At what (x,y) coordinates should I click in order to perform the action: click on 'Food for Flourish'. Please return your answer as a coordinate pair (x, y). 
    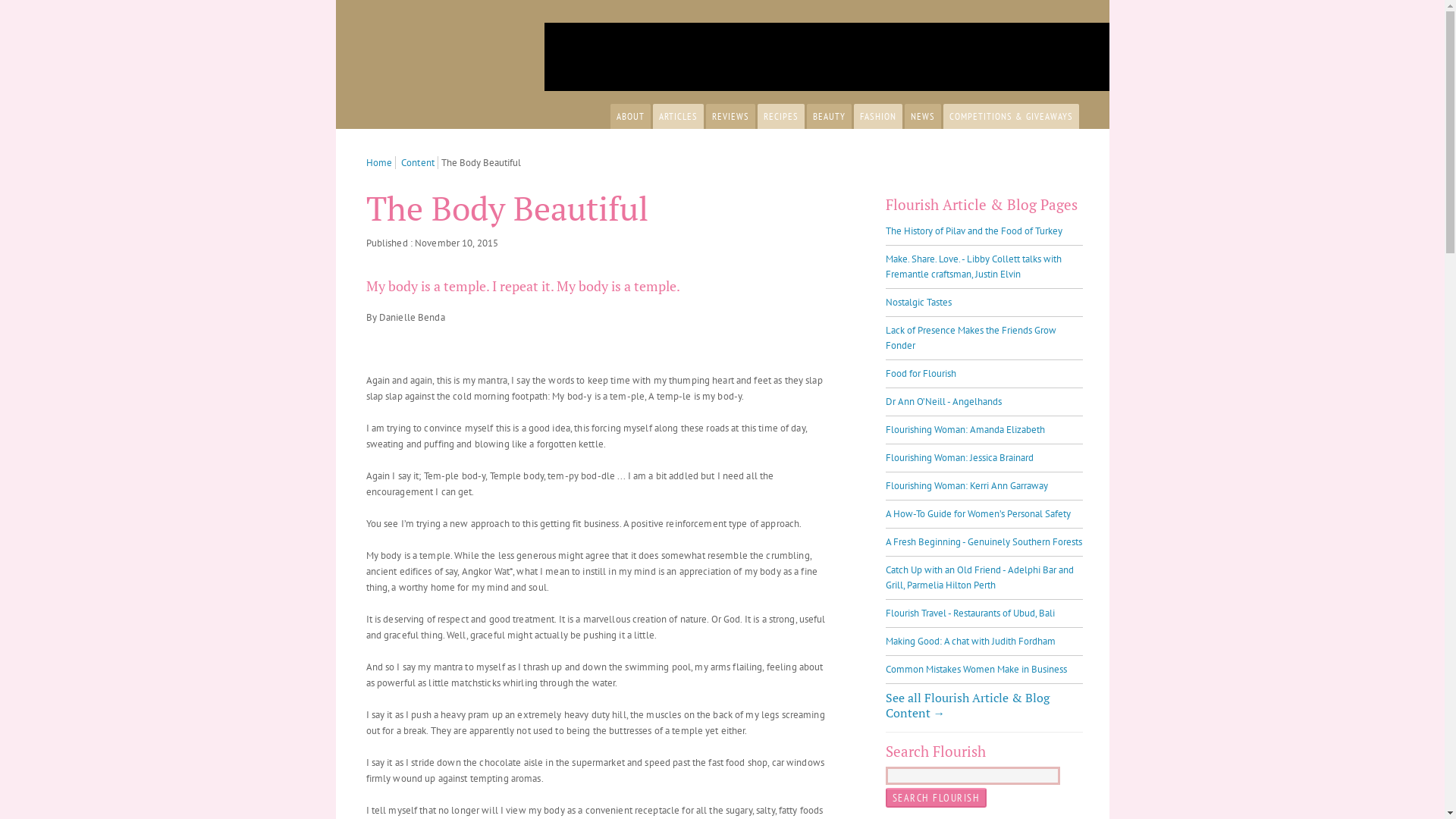
    Looking at the image, I should click on (920, 373).